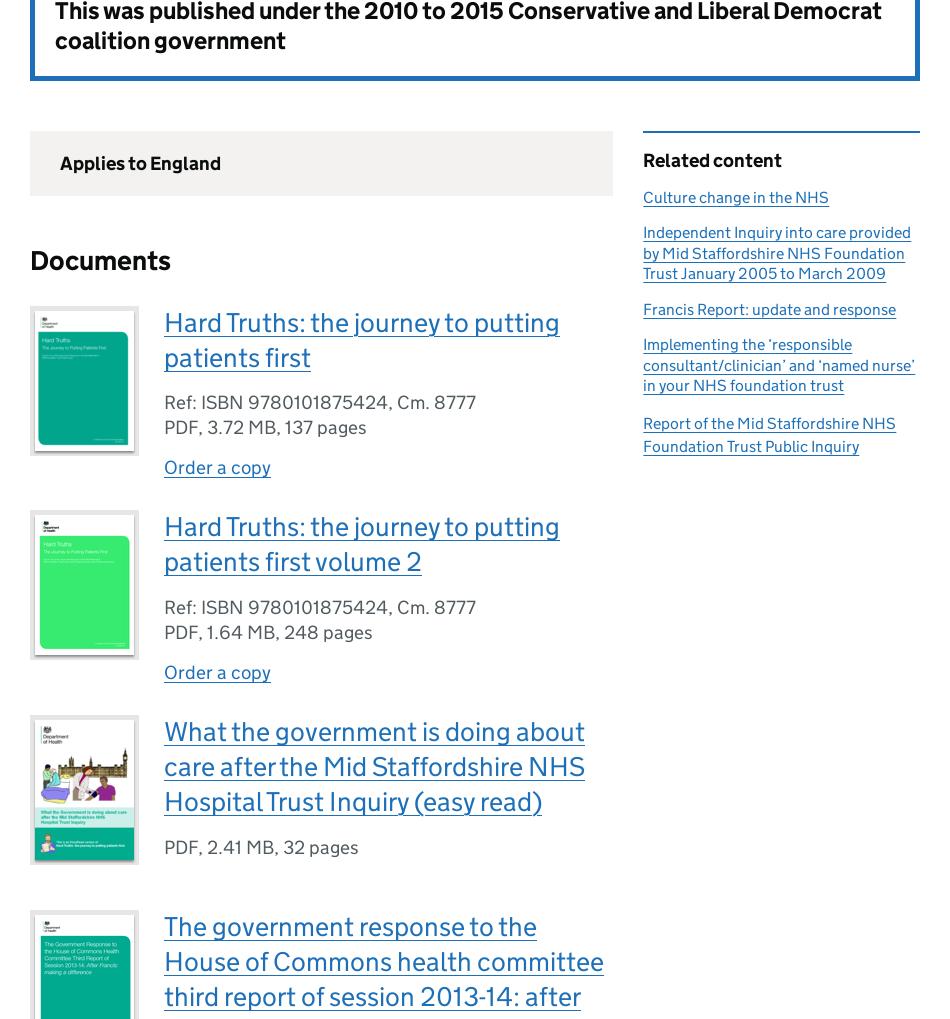  Describe the element at coordinates (240, 632) in the screenshot. I see `'1.64 MB'` at that location.